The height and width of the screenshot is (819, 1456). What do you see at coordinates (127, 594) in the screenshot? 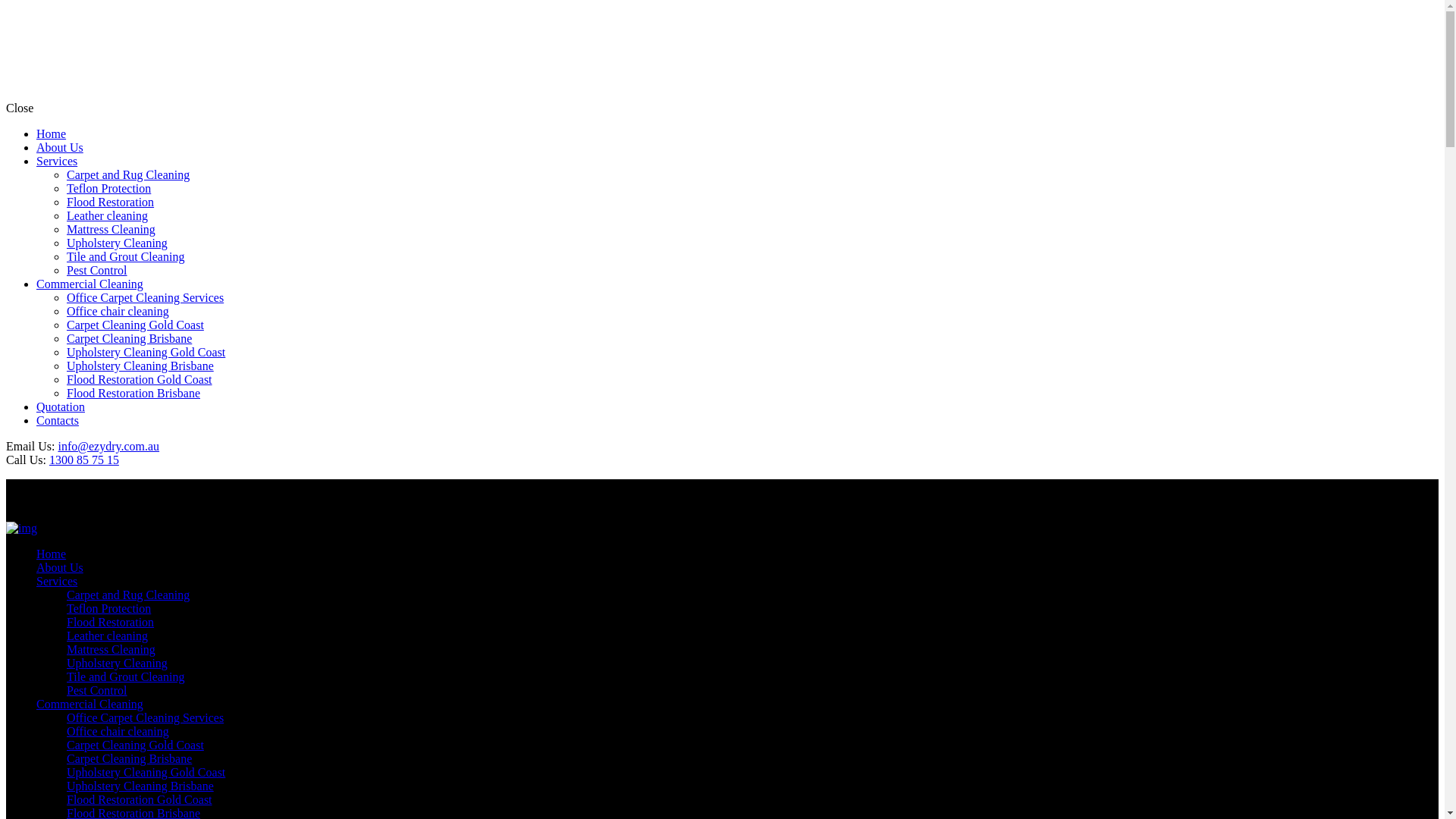
I see `'Carpet and Rug Cleaning'` at bounding box center [127, 594].